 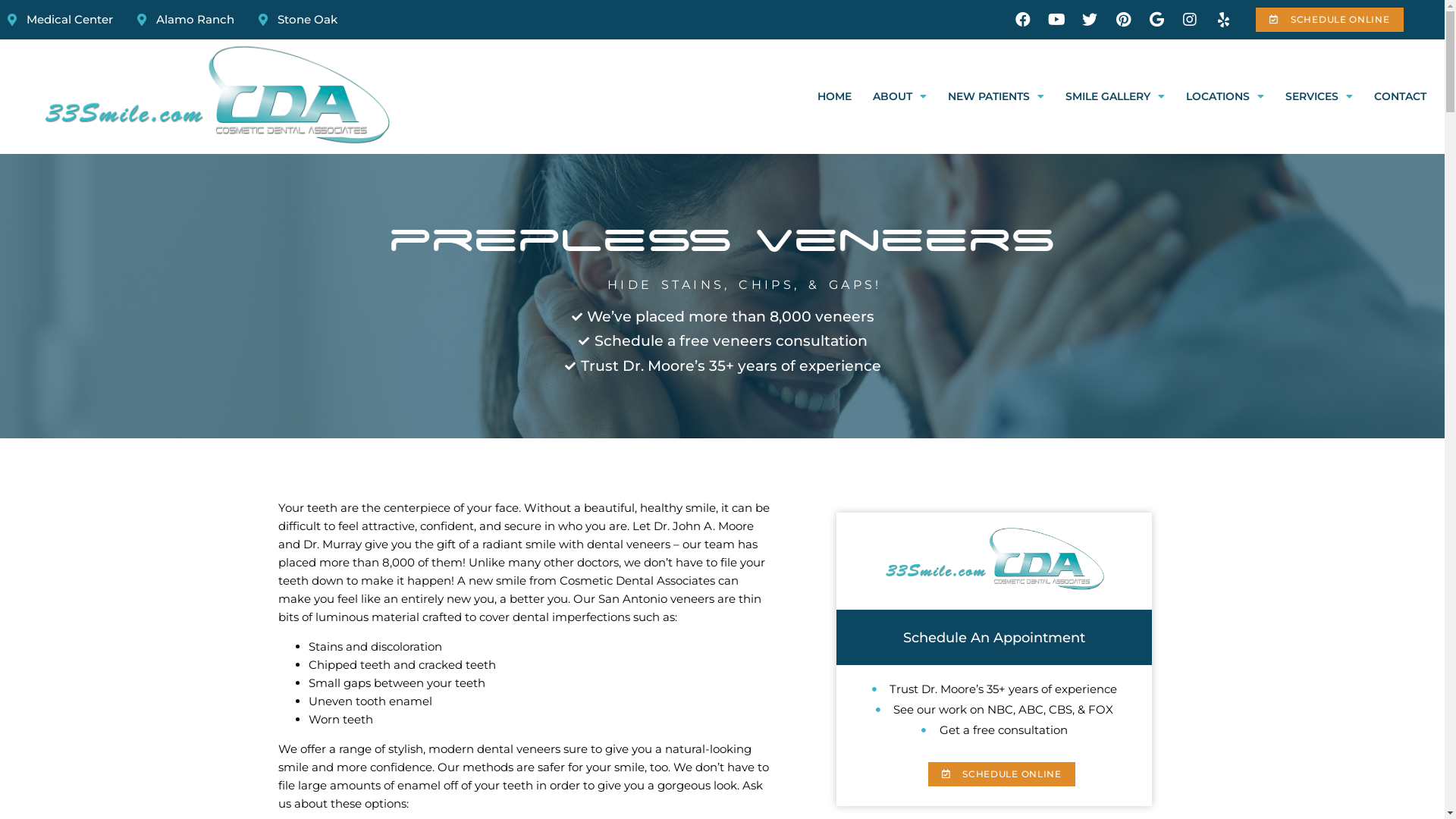 What do you see at coordinates (833, 96) in the screenshot?
I see `'HOME'` at bounding box center [833, 96].